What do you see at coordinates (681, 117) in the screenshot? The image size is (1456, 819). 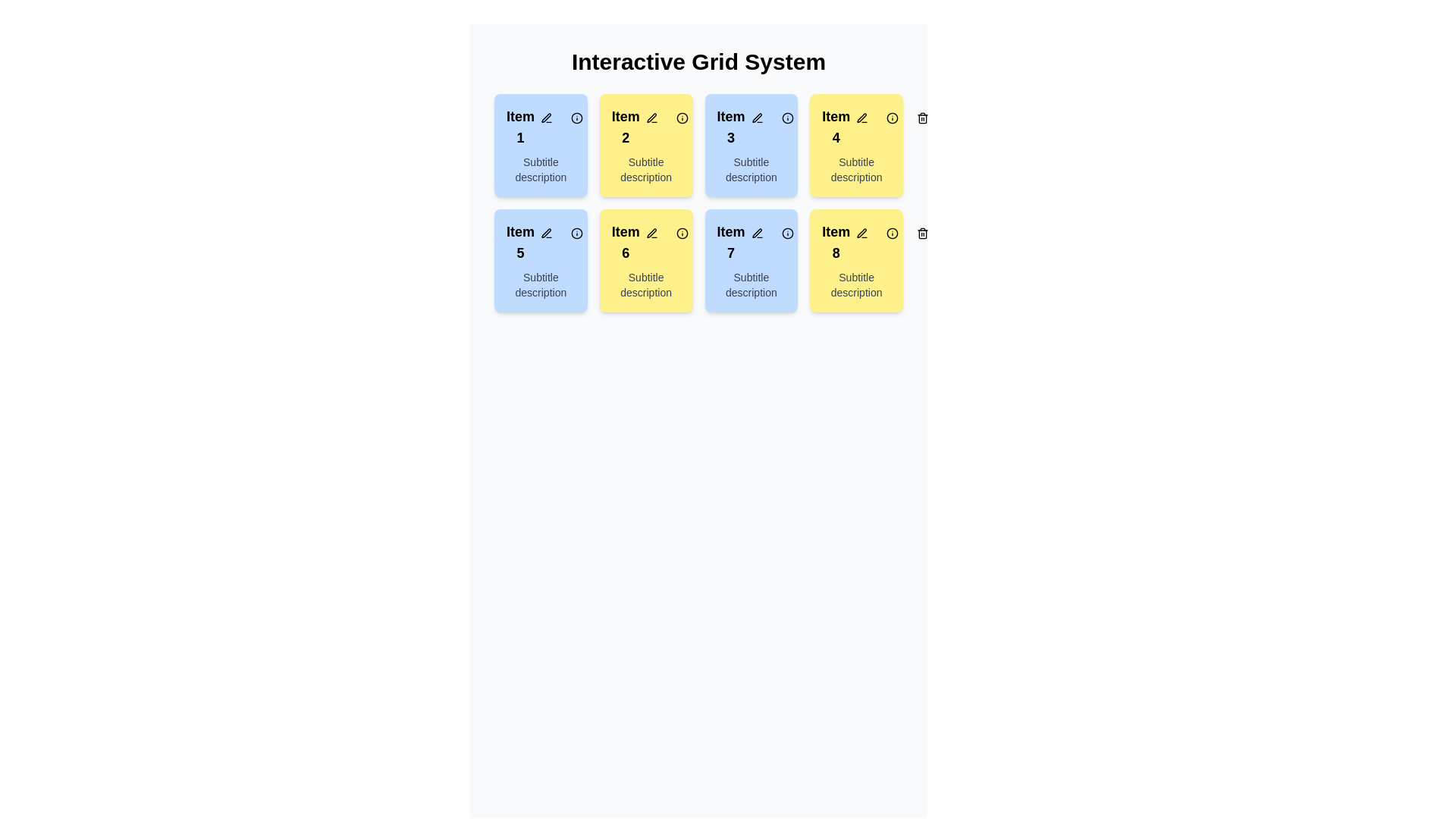 I see `the circular icon with a bordered ring enclosing a central dot located in the top-right corner of the 'Item 2' card` at bounding box center [681, 117].